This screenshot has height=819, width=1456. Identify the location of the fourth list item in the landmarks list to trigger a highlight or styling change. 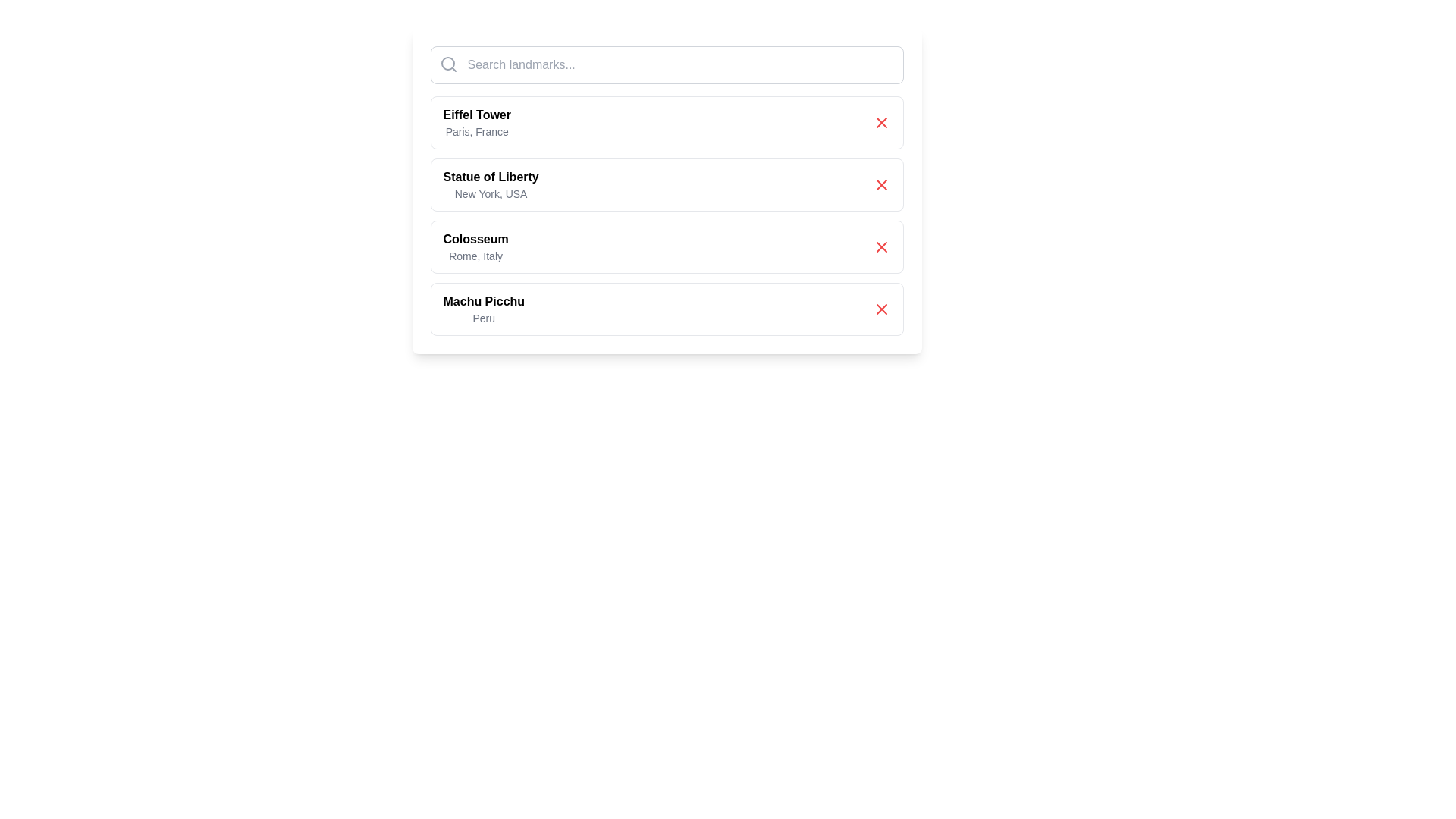
(667, 309).